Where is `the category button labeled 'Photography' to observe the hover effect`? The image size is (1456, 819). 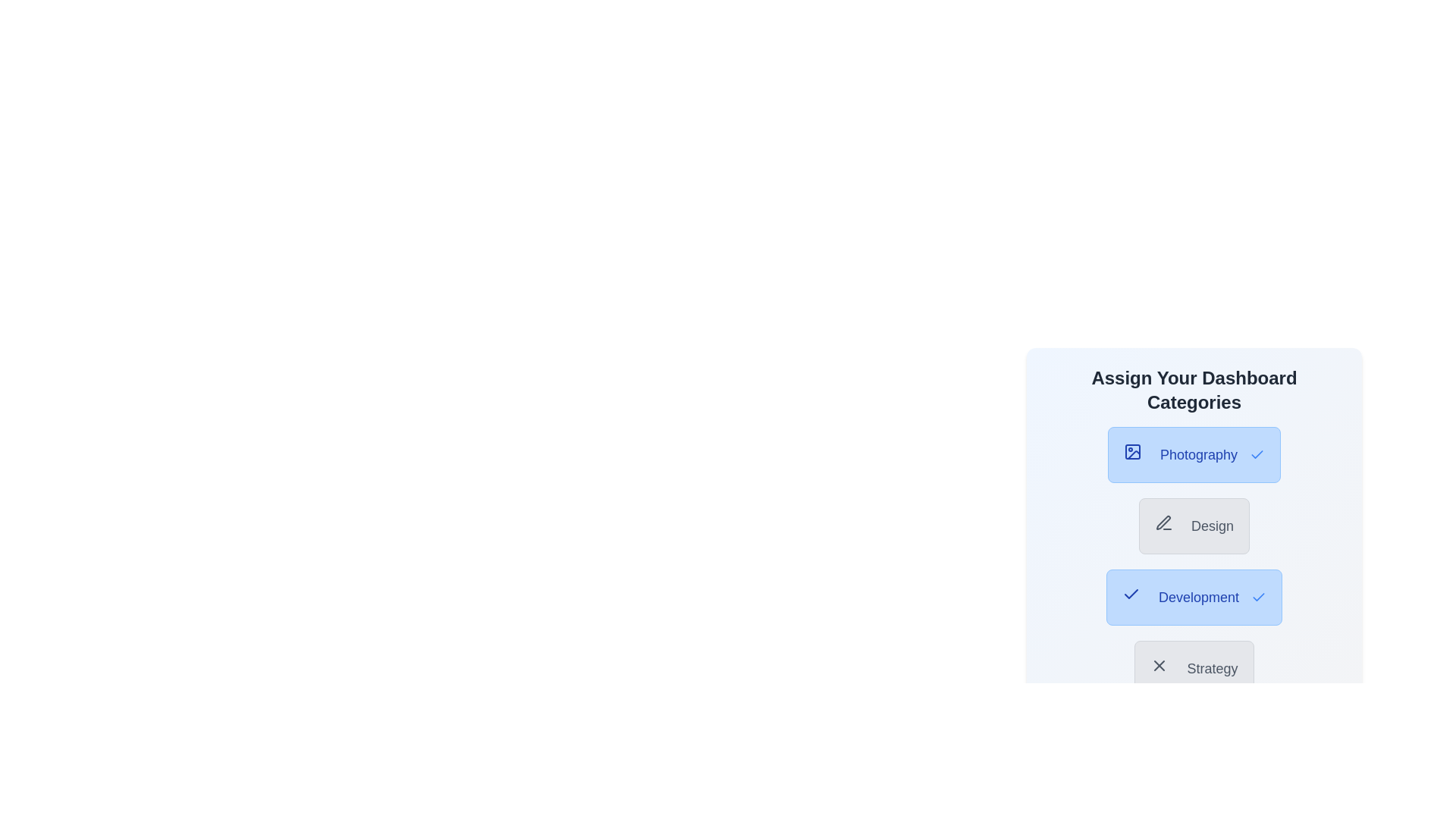
the category button labeled 'Photography' to observe the hover effect is located at coordinates (1193, 454).